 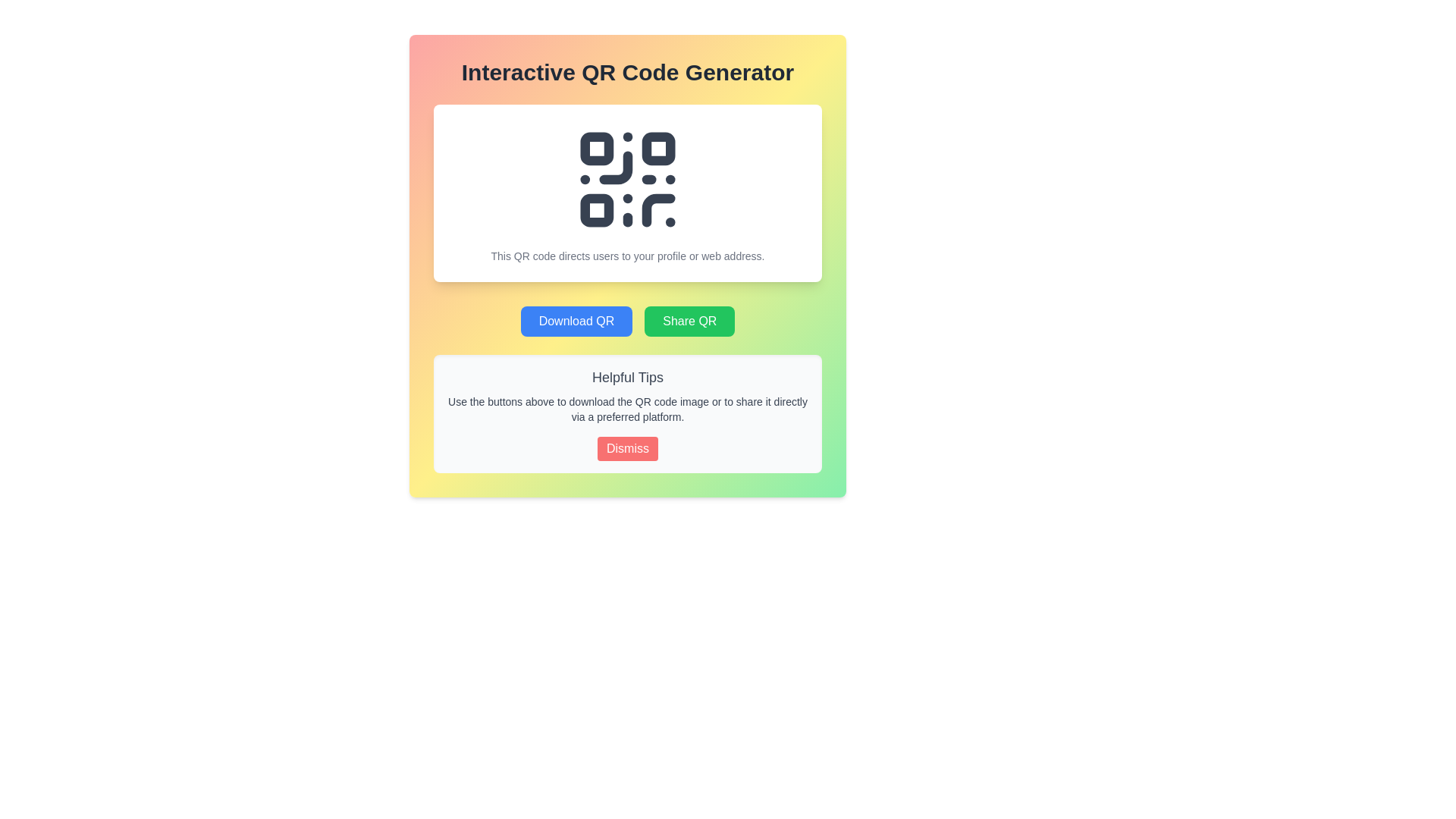 I want to click on the QR code graphic, which is centrally located under the 'Interactive QR Code Generator' header, so click(x=628, y=178).